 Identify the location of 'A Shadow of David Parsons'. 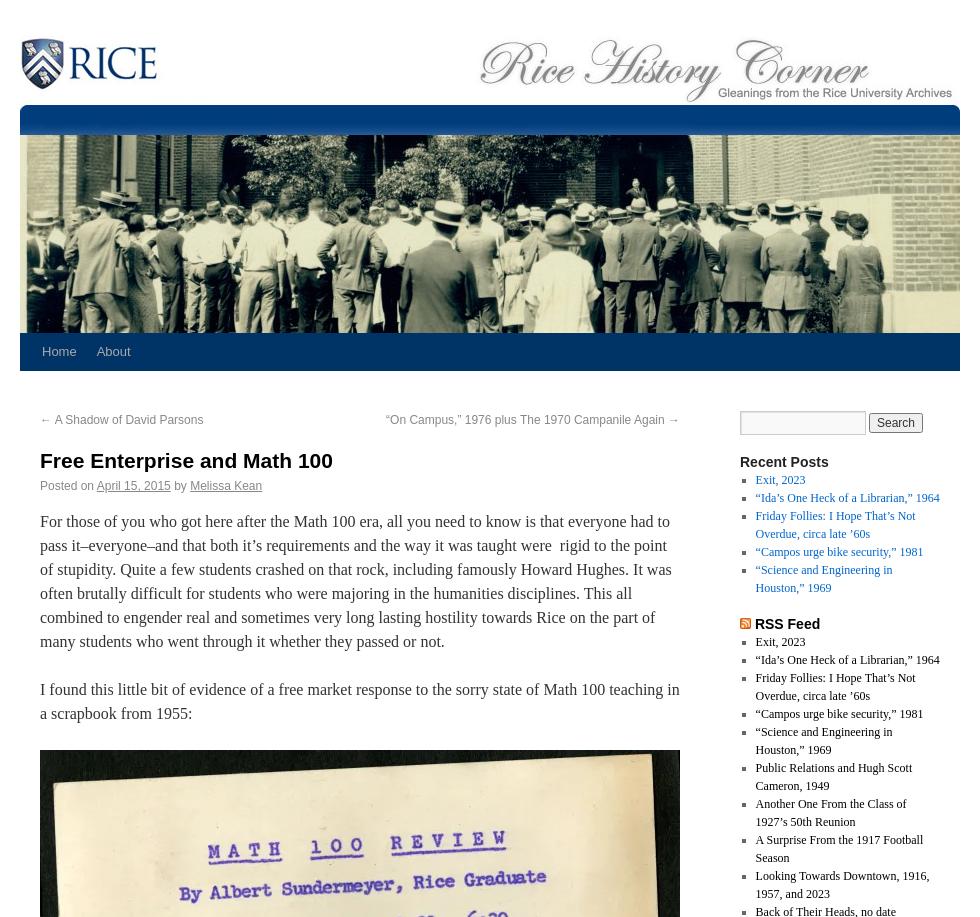
(127, 419).